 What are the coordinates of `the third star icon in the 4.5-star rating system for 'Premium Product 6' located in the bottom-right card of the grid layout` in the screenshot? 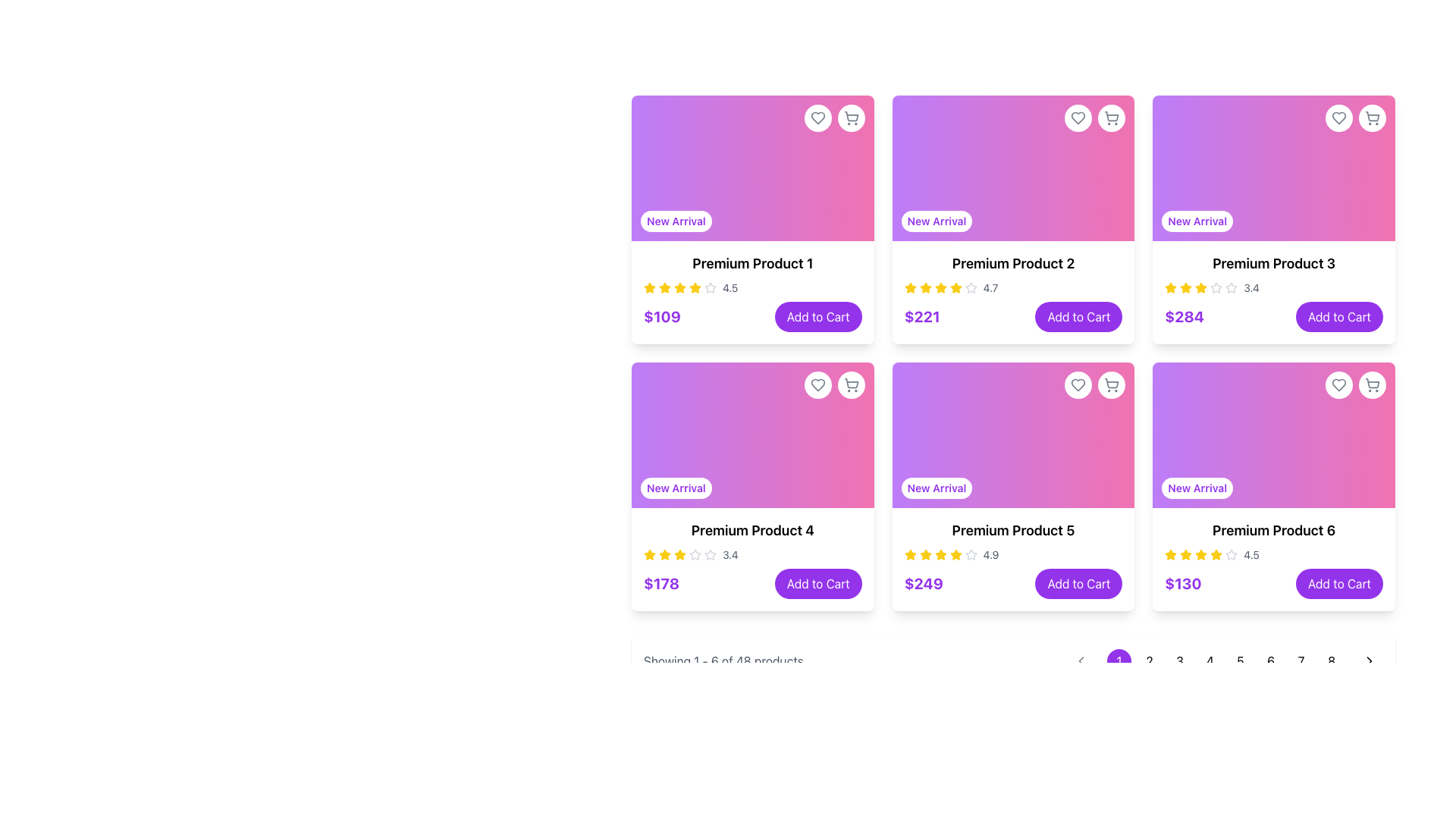 It's located at (1185, 555).